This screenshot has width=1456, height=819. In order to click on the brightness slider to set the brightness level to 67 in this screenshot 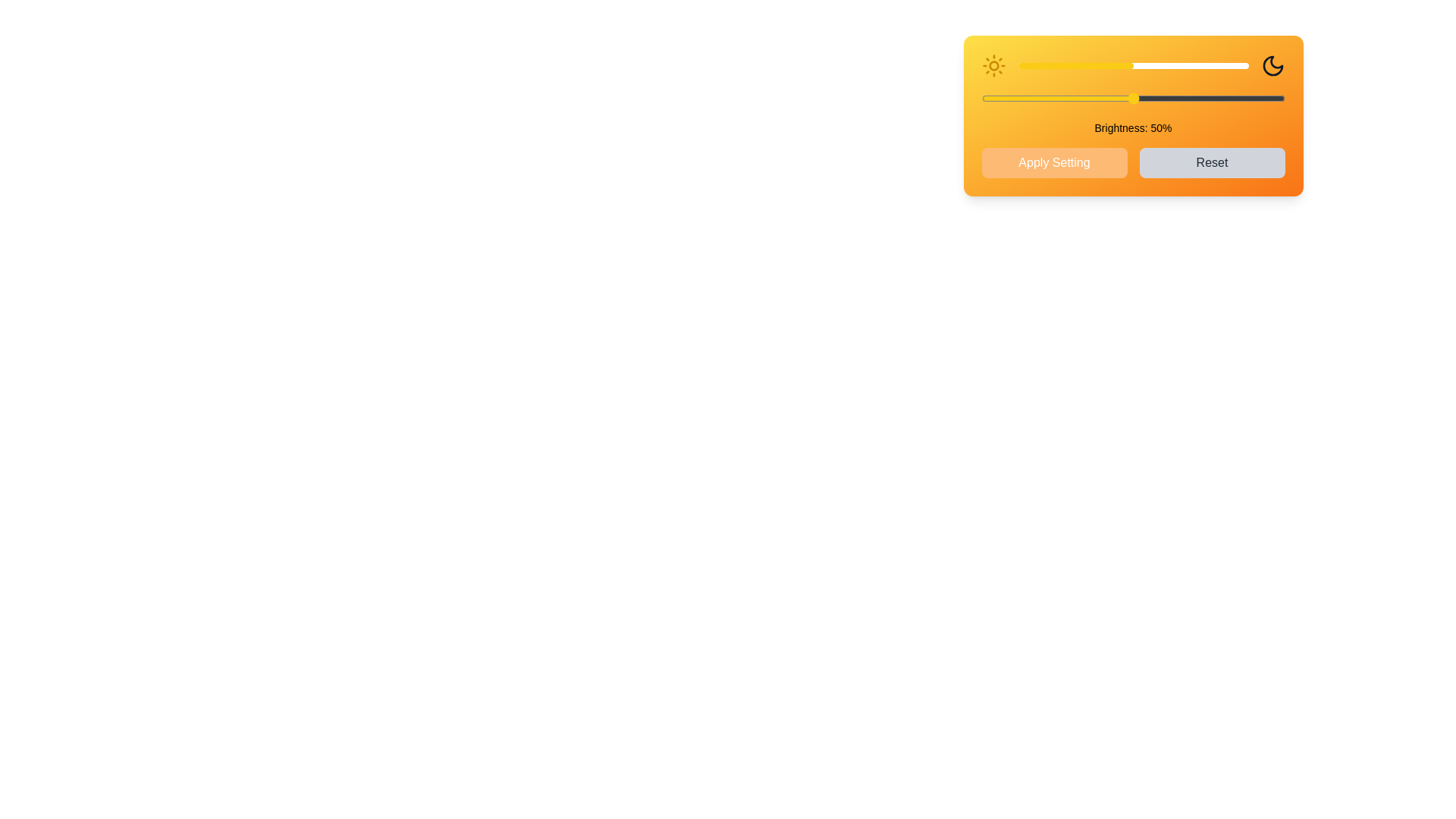, I will do `click(1172, 65)`.